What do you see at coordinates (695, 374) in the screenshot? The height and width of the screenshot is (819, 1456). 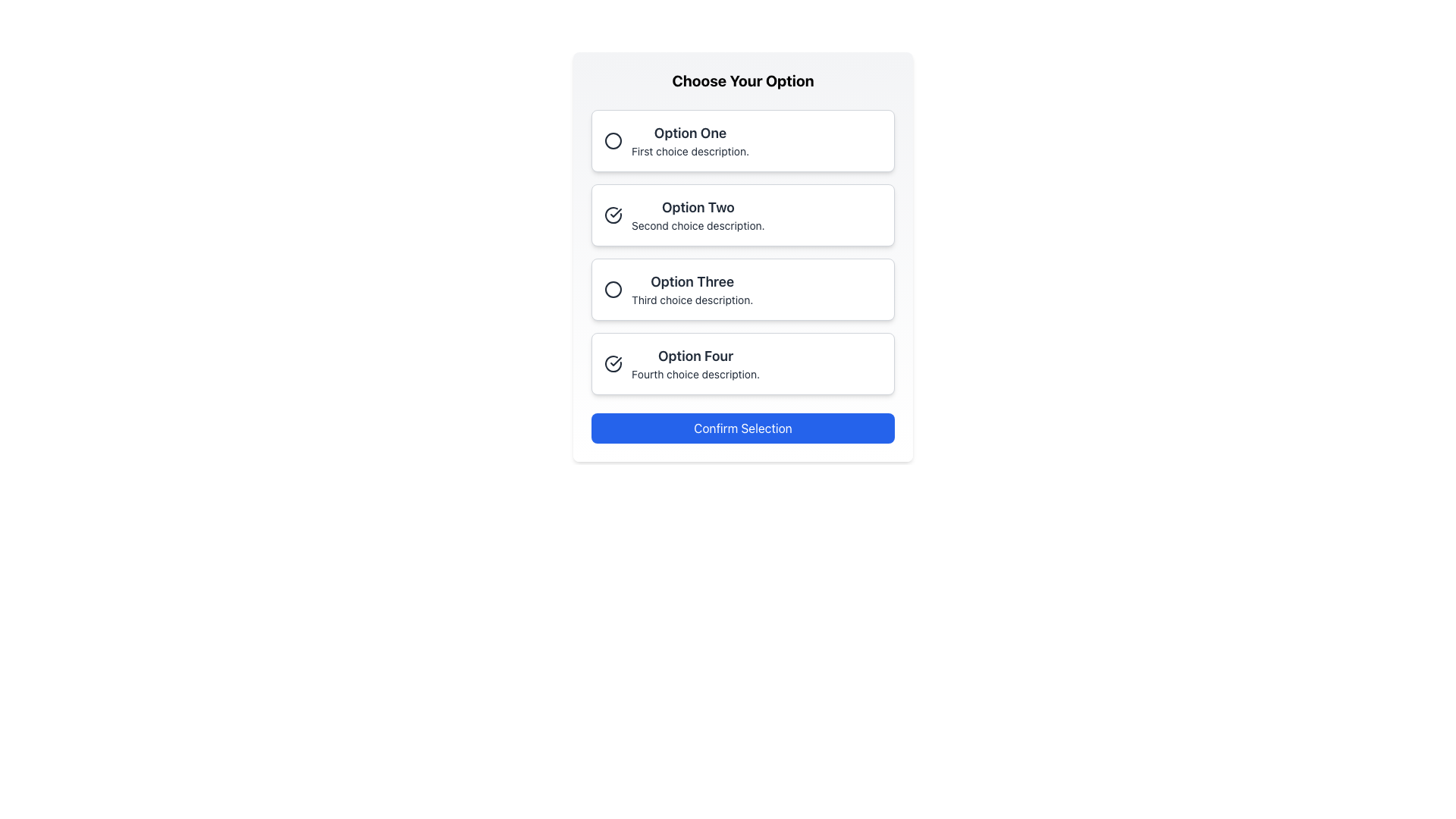 I see `the text element displaying 'Fourth choice description.' located below the heading 'Option Four' in the fourth selection box` at bounding box center [695, 374].